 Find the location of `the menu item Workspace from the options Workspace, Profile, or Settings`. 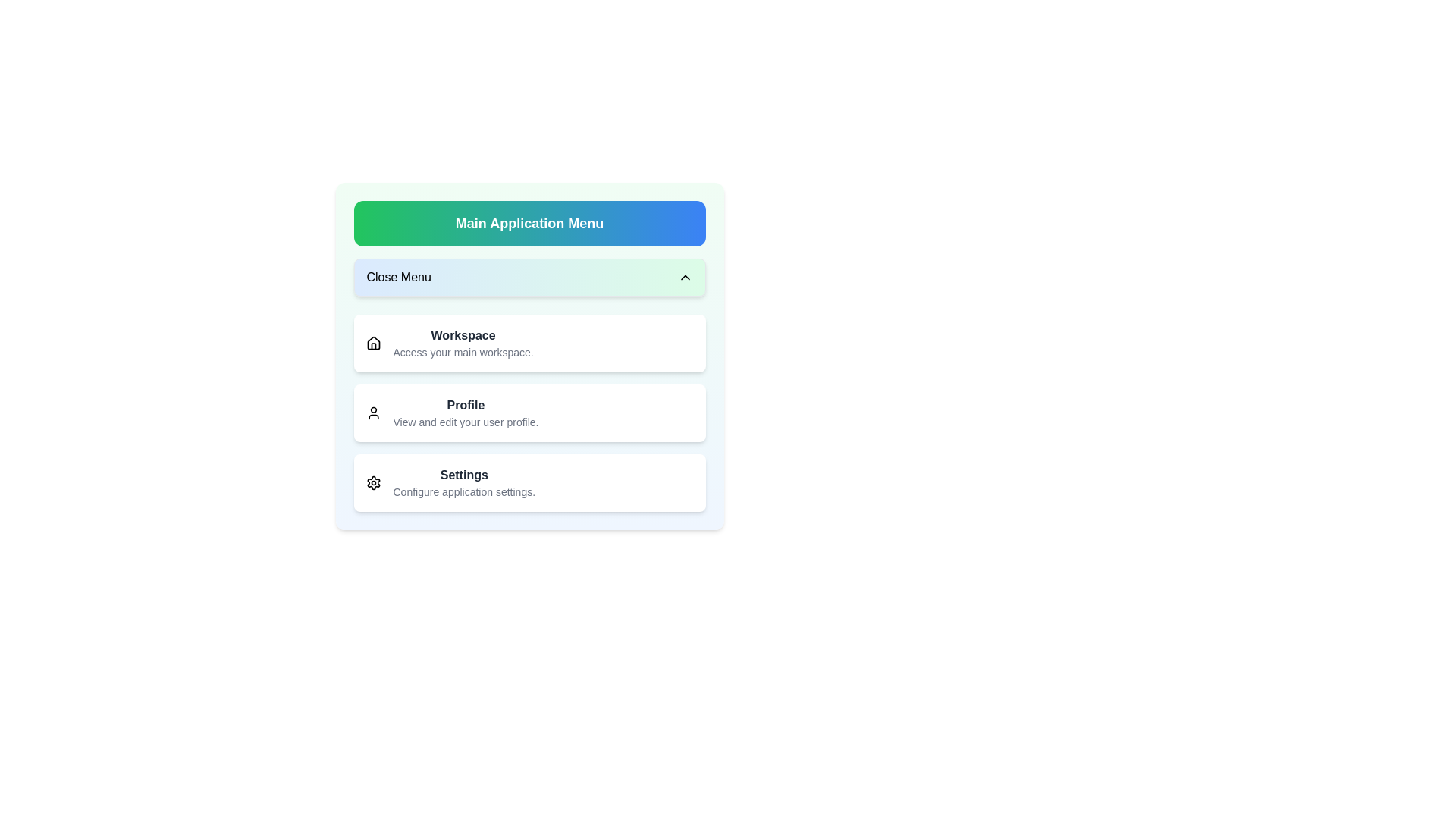

the menu item Workspace from the options Workspace, Profile, or Settings is located at coordinates (529, 343).